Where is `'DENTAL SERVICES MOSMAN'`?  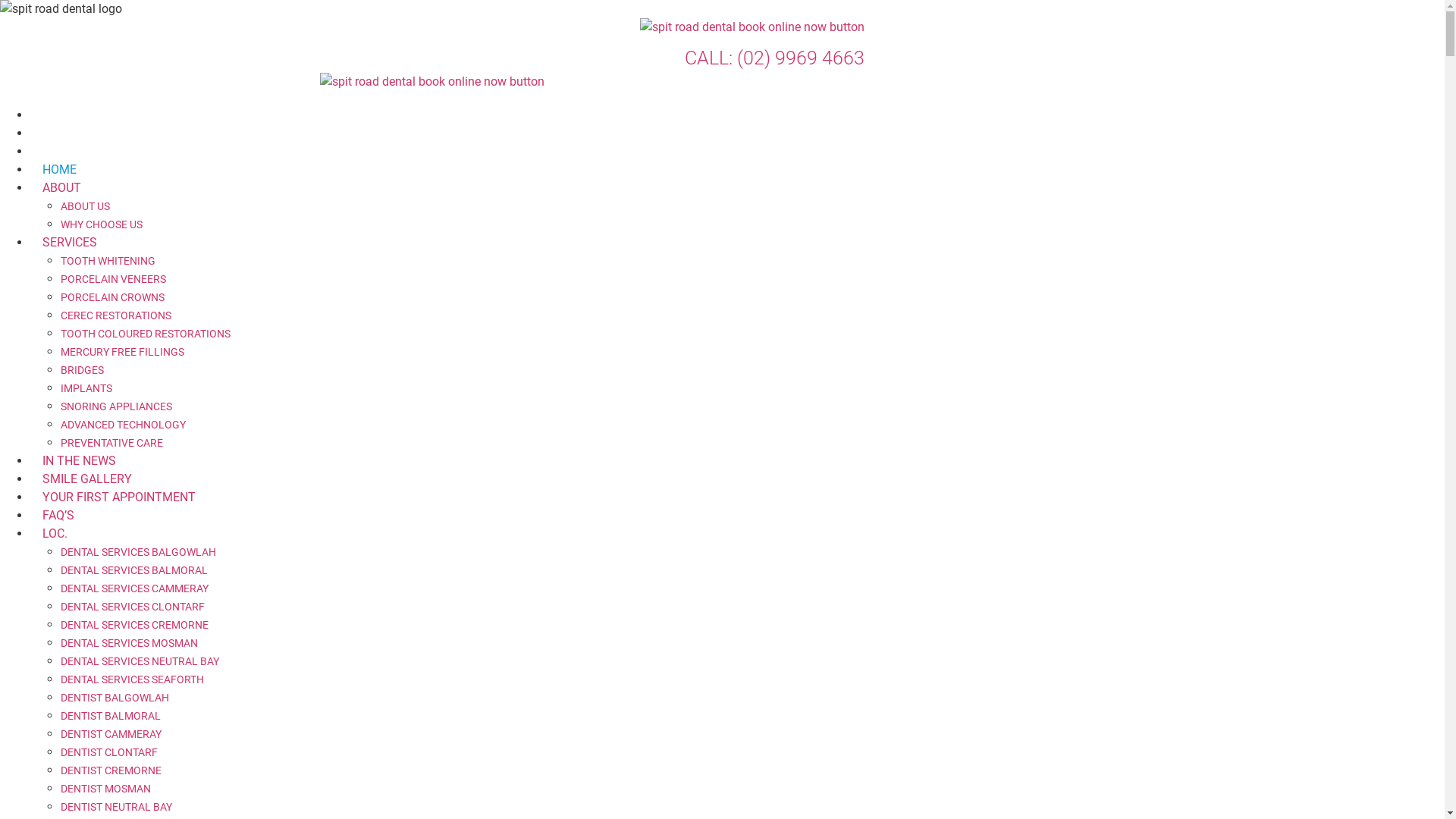 'DENTAL SERVICES MOSMAN' is located at coordinates (129, 643).